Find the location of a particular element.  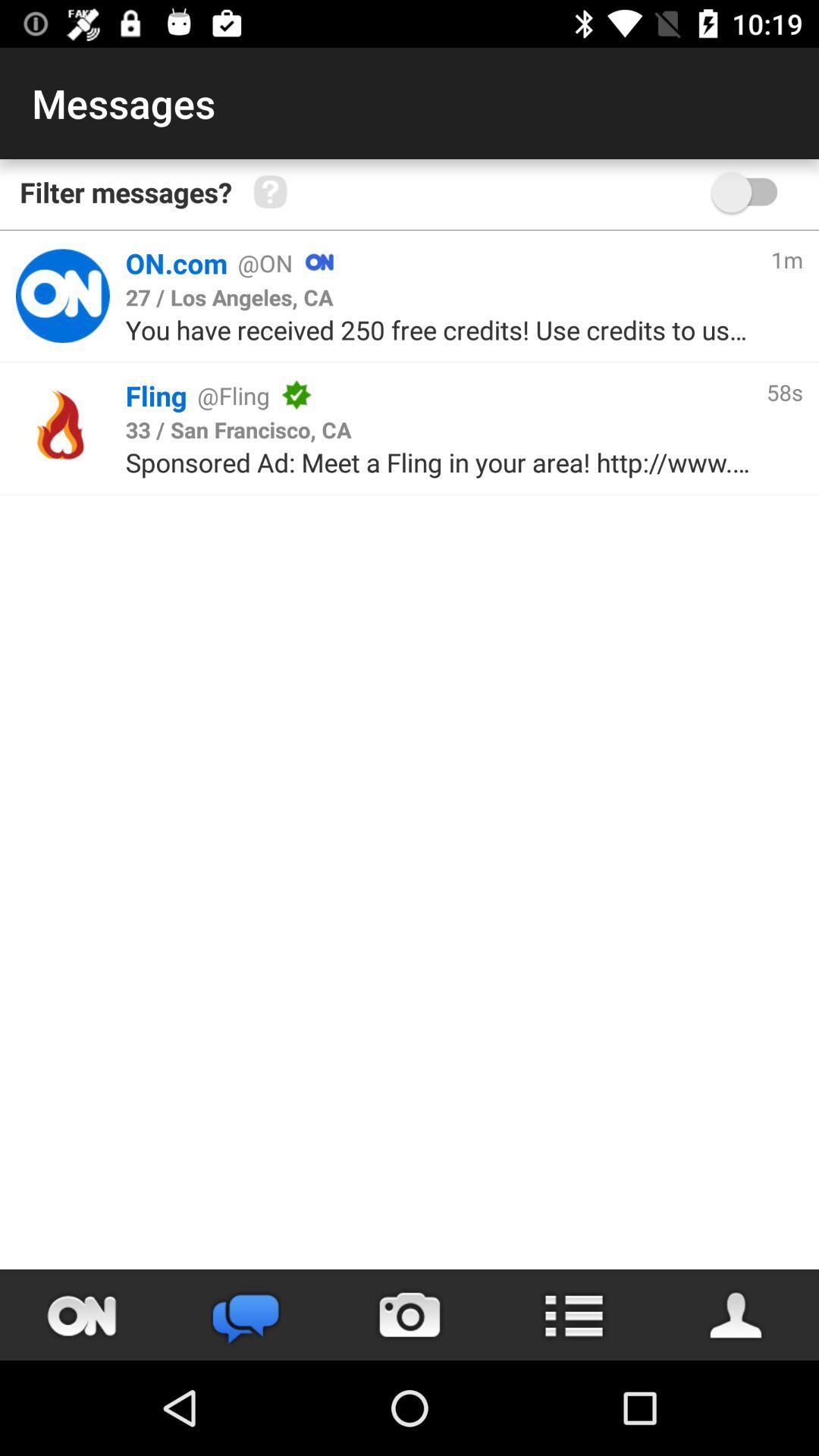

the sponsored ad meet is located at coordinates (438, 461).